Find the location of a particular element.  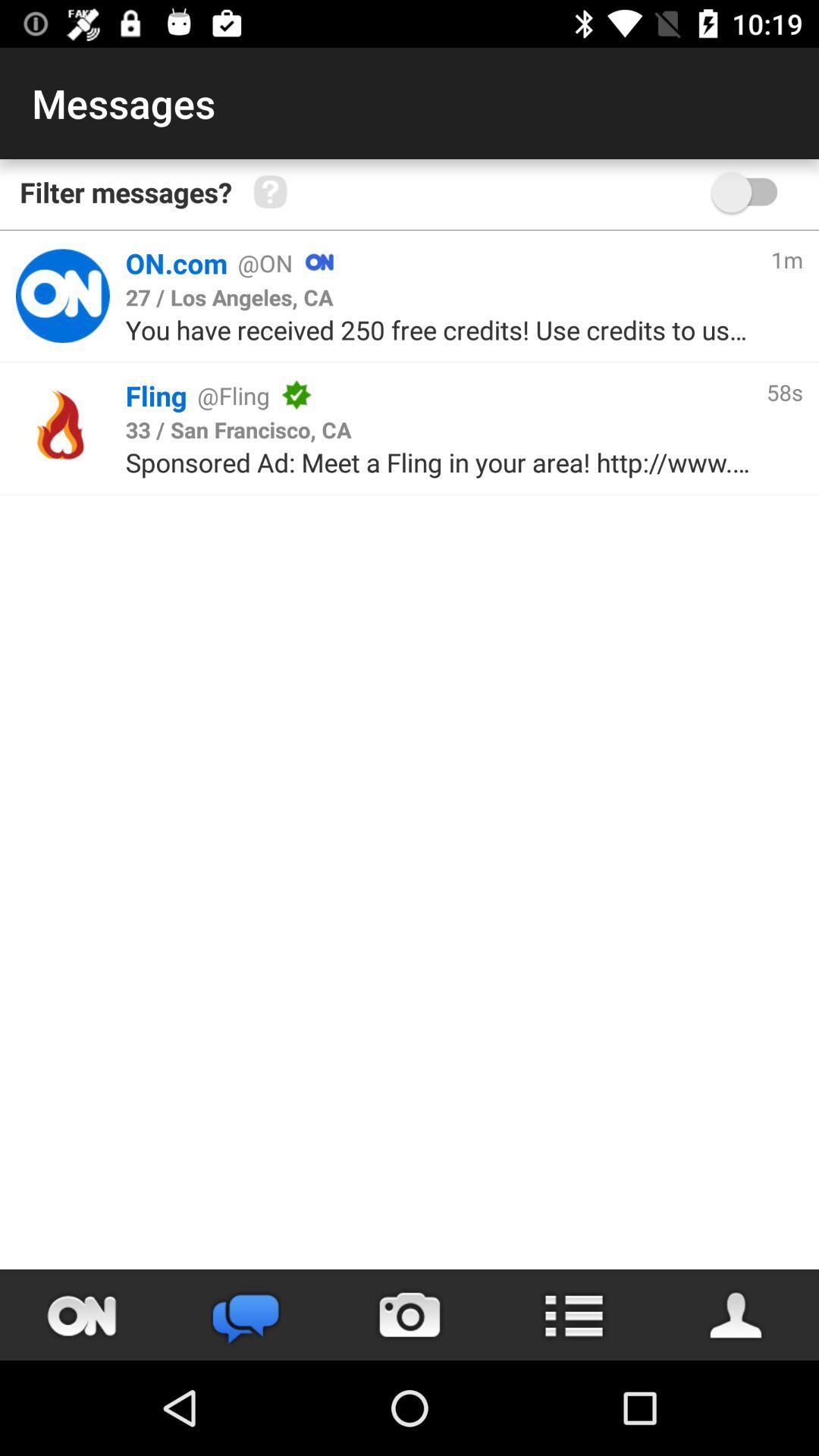

the sponsored ad meet is located at coordinates (438, 461).